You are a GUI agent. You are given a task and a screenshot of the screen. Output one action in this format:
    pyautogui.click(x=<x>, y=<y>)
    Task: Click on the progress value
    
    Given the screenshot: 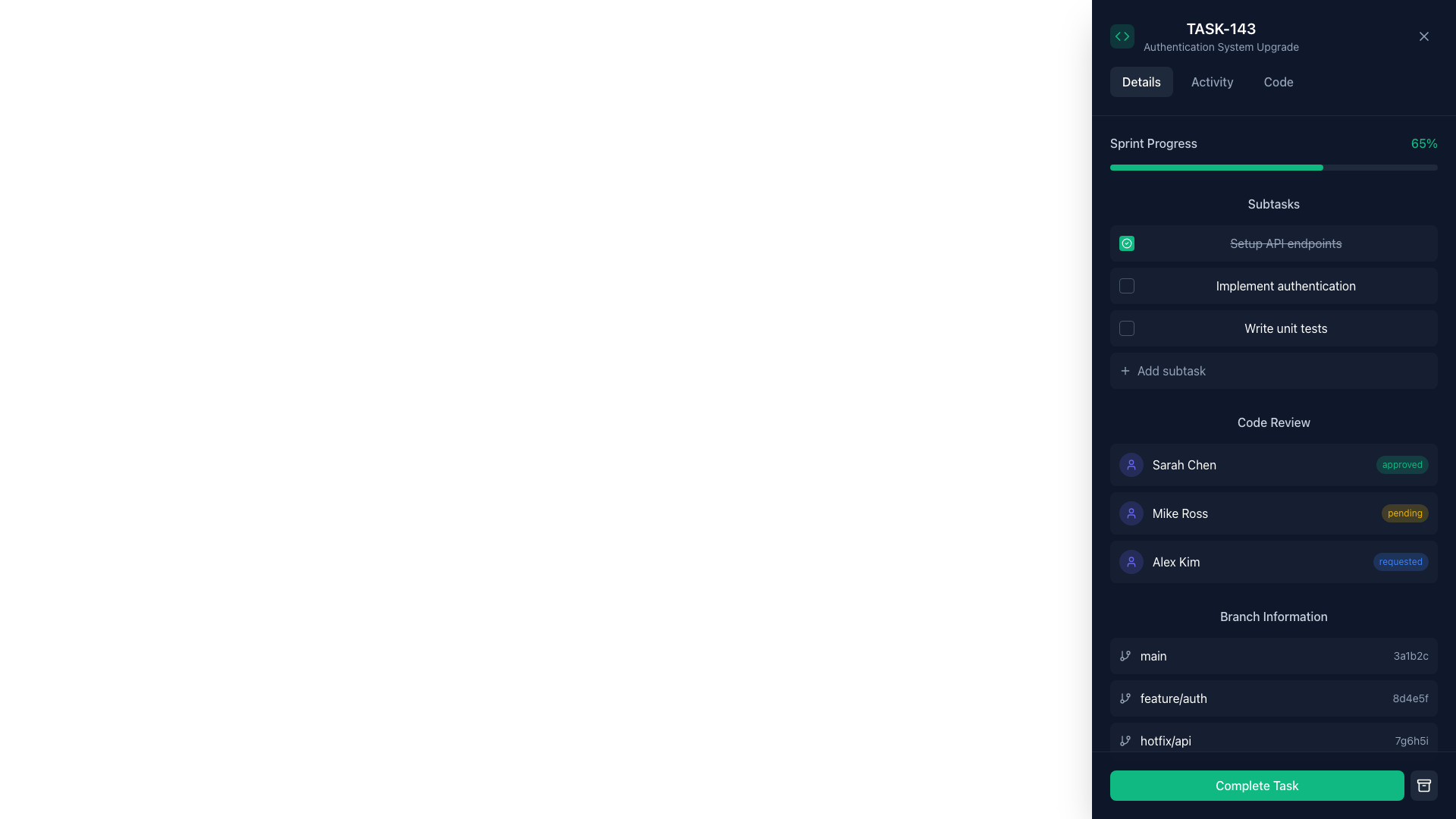 What is the action you would take?
    pyautogui.click(x=1188, y=167)
    